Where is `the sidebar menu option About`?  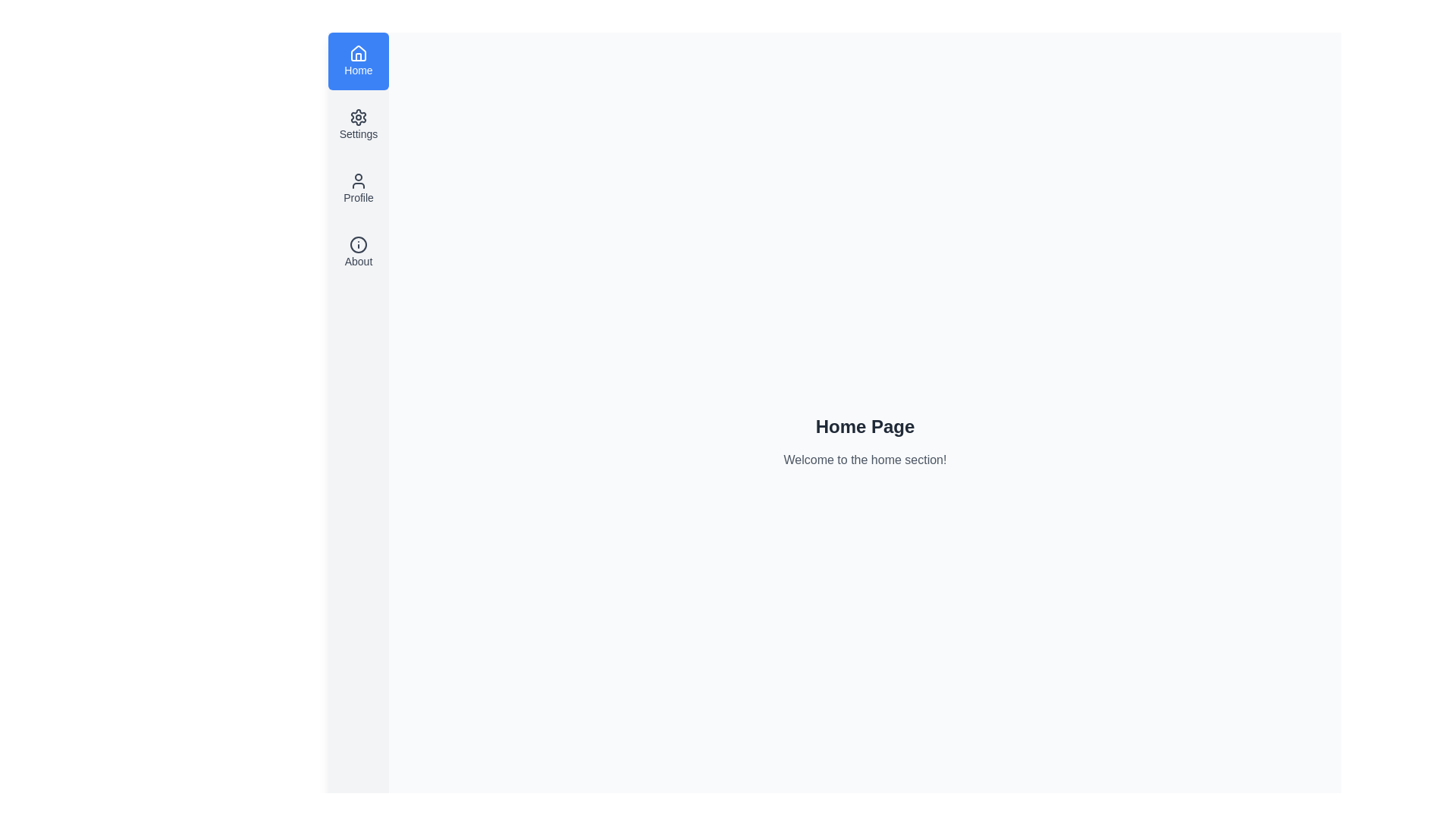
the sidebar menu option About is located at coordinates (358, 251).